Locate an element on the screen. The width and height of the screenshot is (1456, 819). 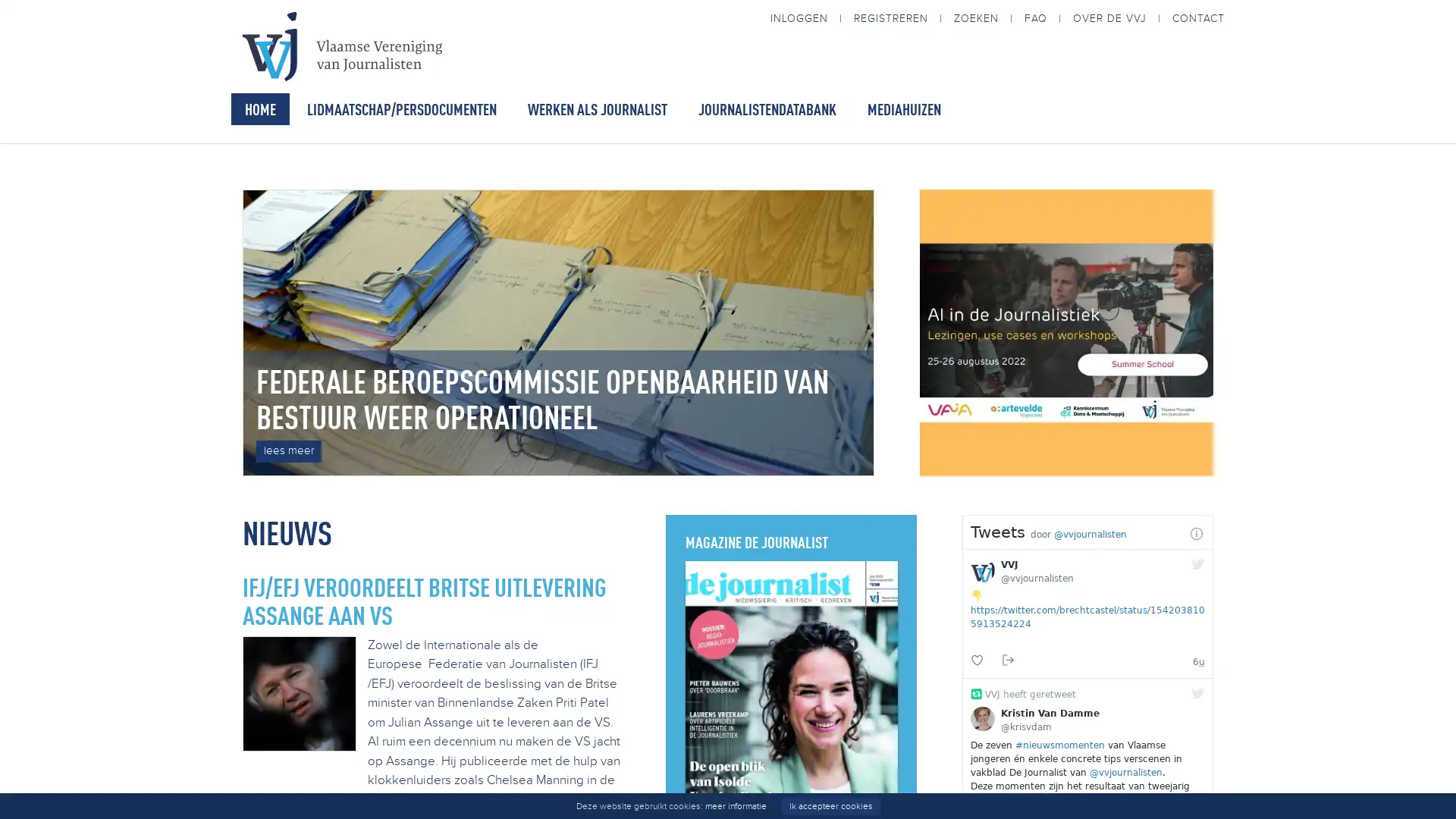
Ik accepteer cookies is located at coordinates (829, 805).